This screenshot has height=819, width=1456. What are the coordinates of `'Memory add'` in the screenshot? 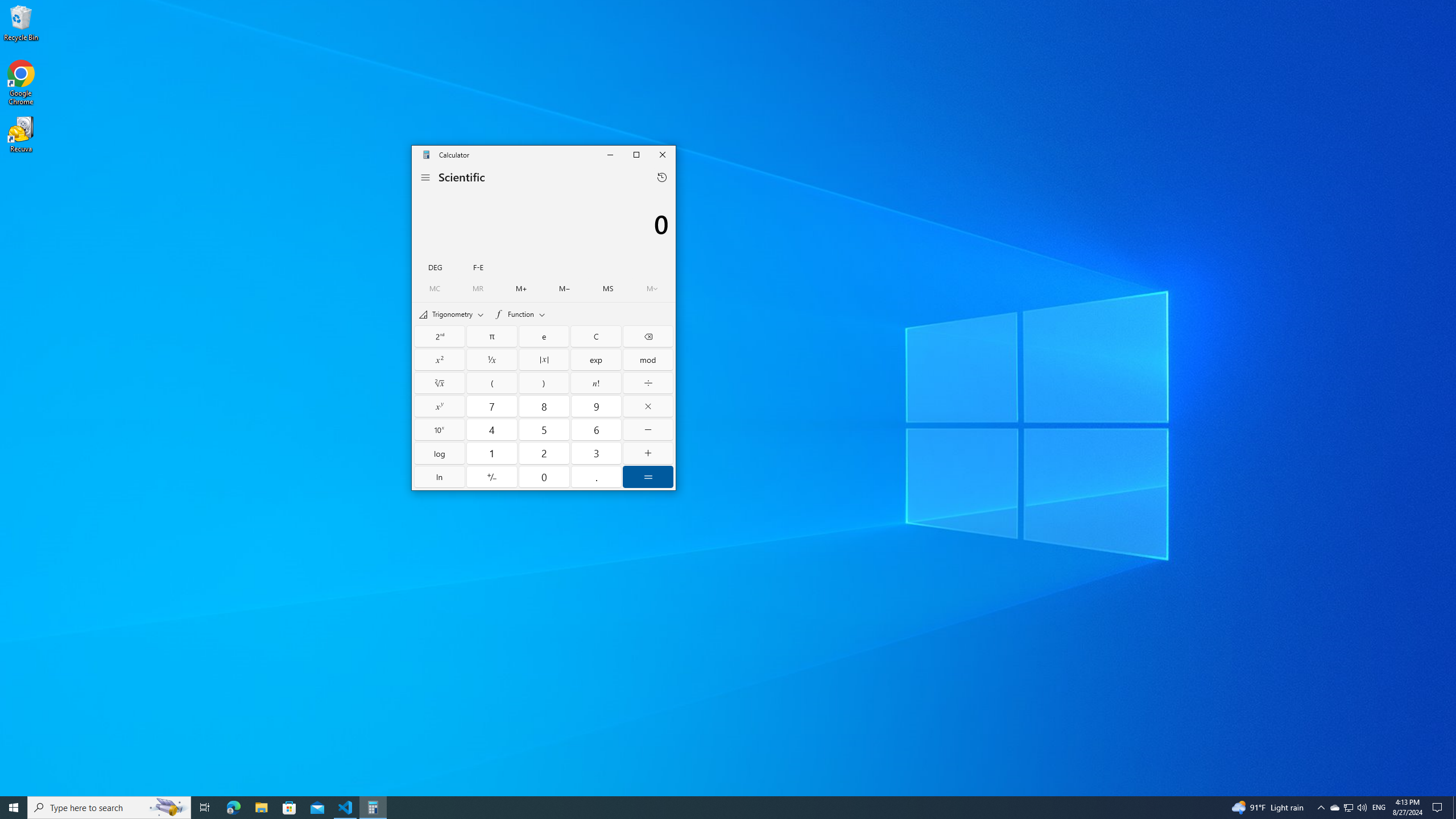 It's located at (522, 288).